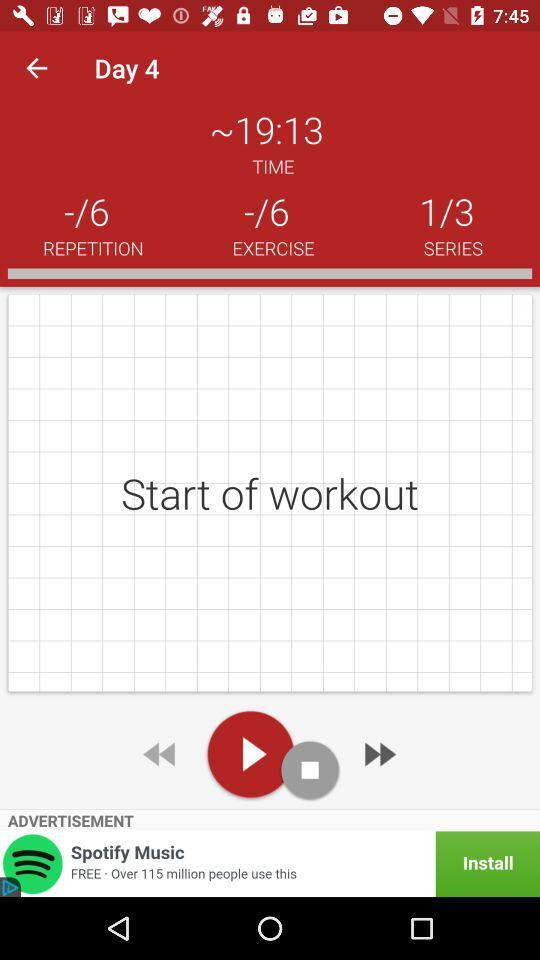 This screenshot has width=540, height=960. What do you see at coordinates (250, 753) in the screenshot?
I see `play` at bounding box center [250, 753].